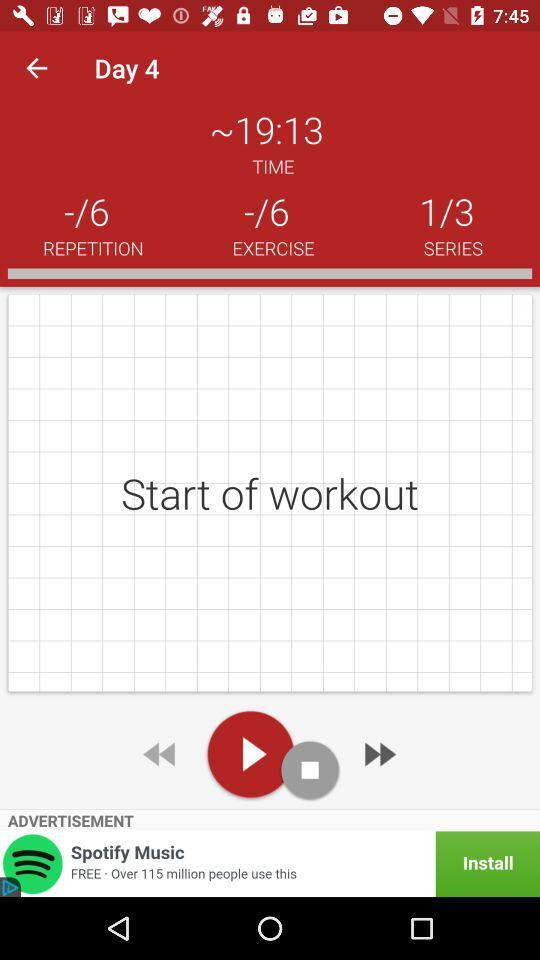 This screenshot has width=540, height=960. What do you see at coordinates (250, 753) in the screenshot?
I see `play` at bounding box center [250, 753].